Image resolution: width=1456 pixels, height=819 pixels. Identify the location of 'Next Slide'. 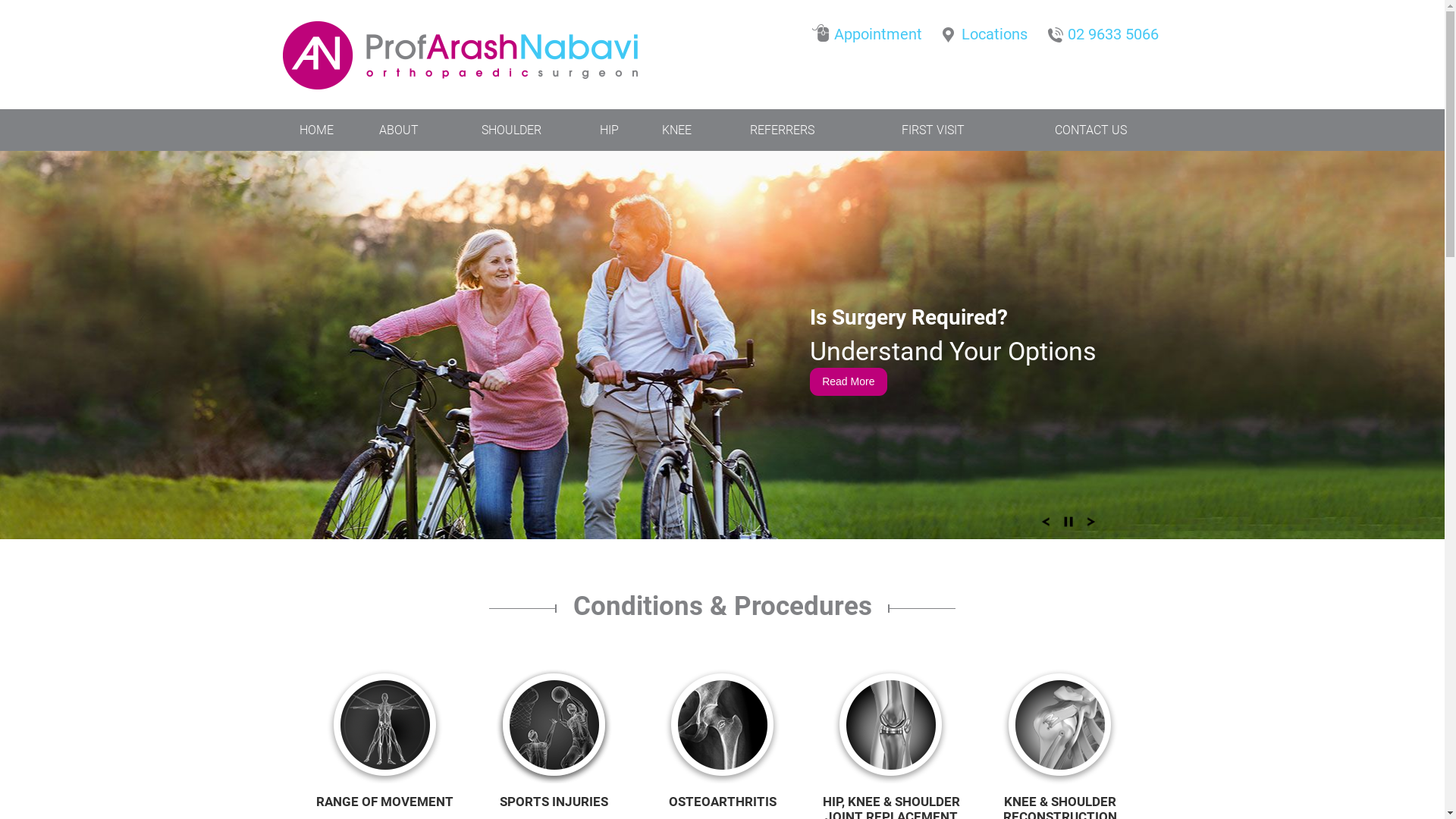
(1090, 526).